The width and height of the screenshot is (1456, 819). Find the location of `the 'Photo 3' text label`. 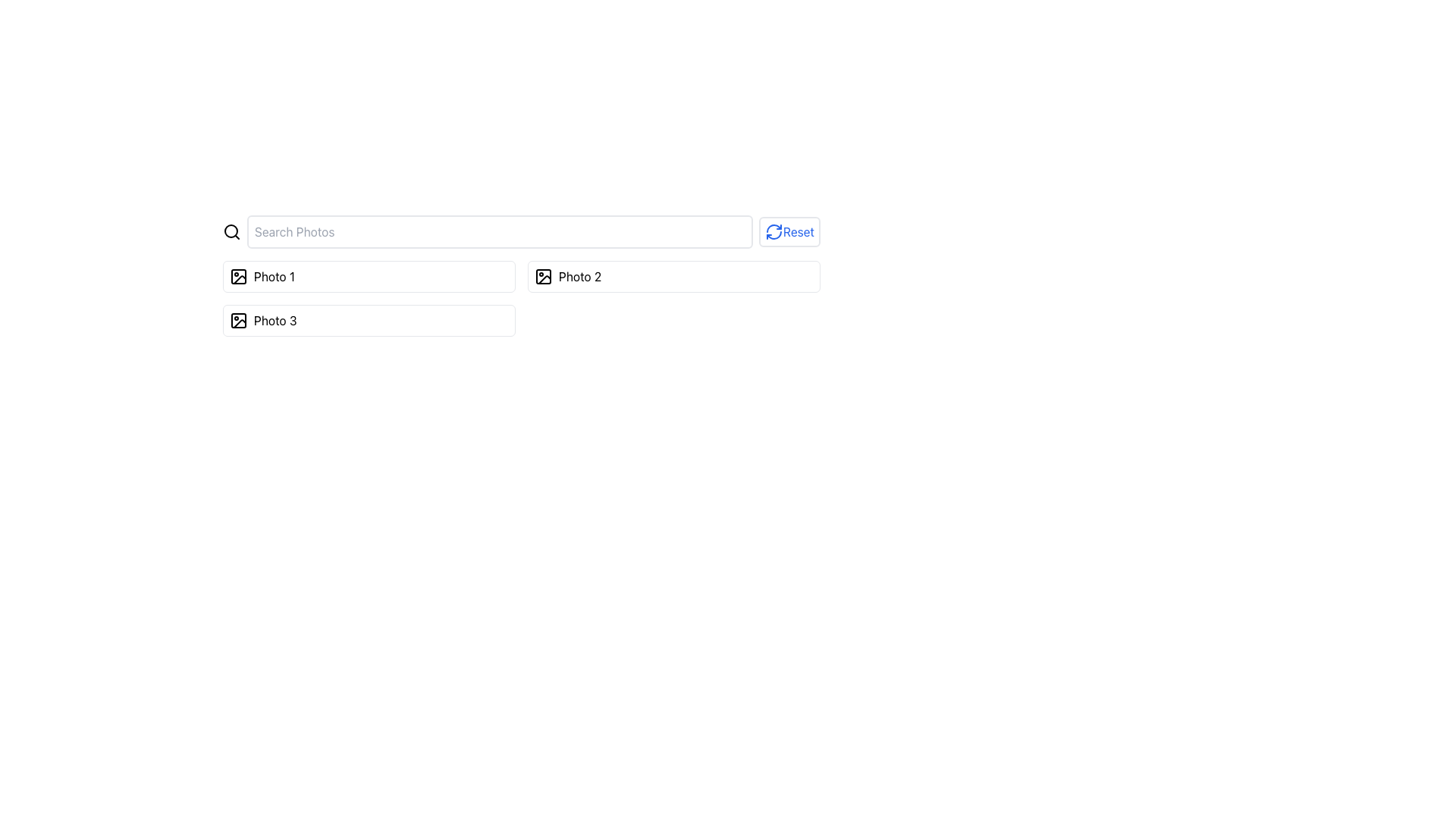

the 'Photo 3' text label is located at coordinates (275, 320).